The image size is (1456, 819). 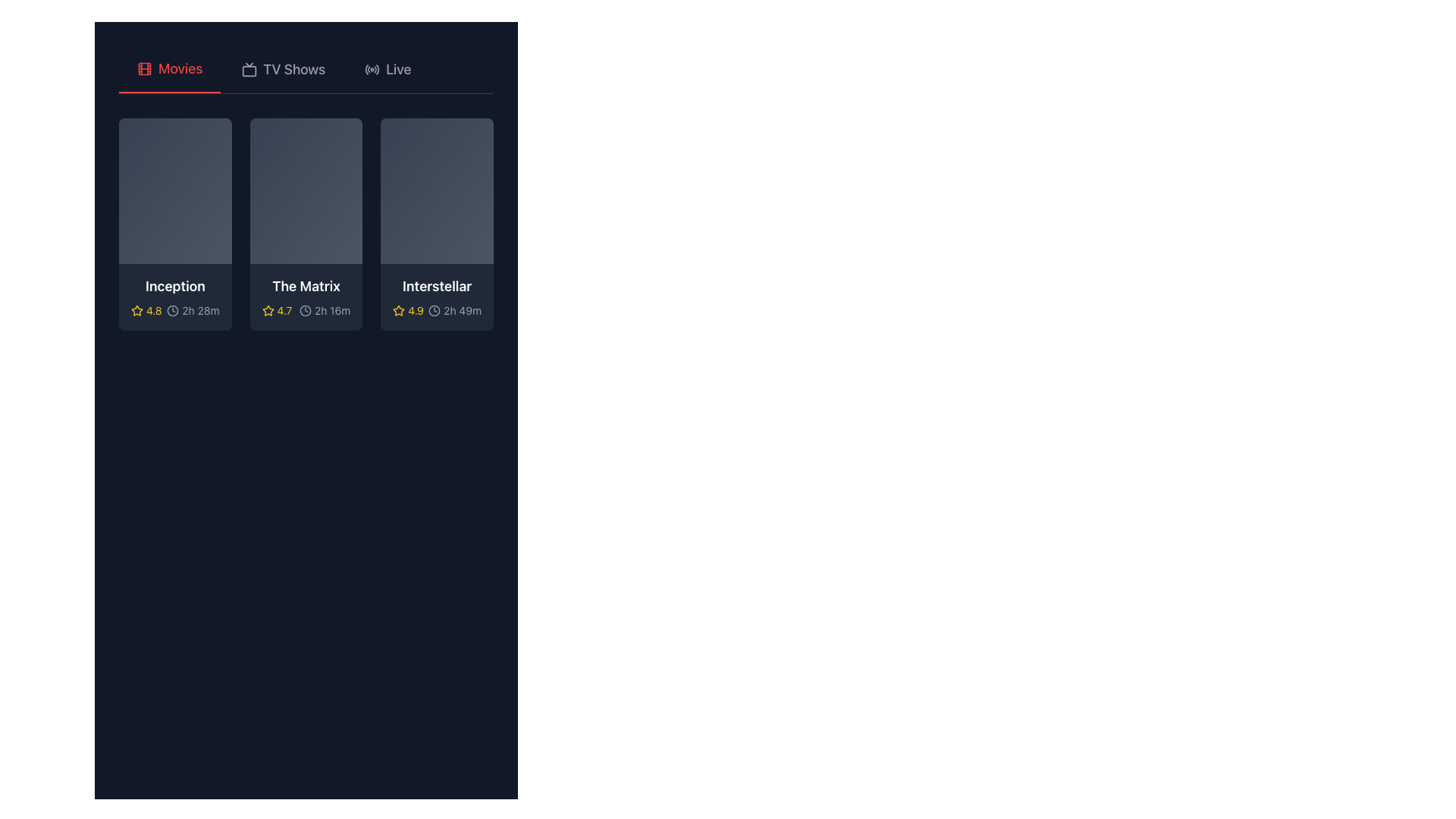 I want to click on the text label that displays the title of the movie, located centrally in the second column of a grid layout beneath the main navigation bar, so click(x=305, y=287).